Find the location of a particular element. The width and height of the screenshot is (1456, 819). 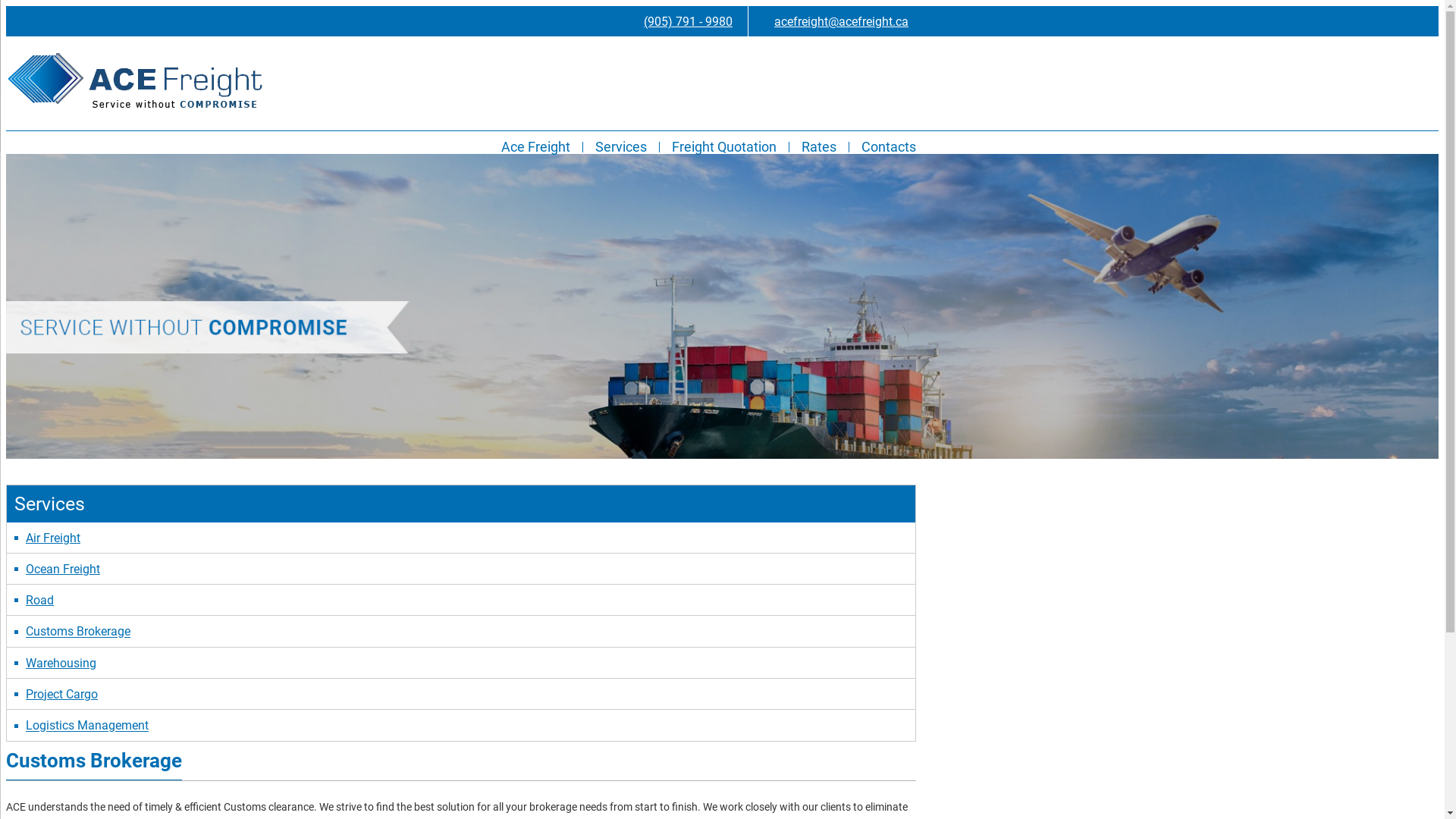

'Ocean Freight' is located at coordinates (61, 569).